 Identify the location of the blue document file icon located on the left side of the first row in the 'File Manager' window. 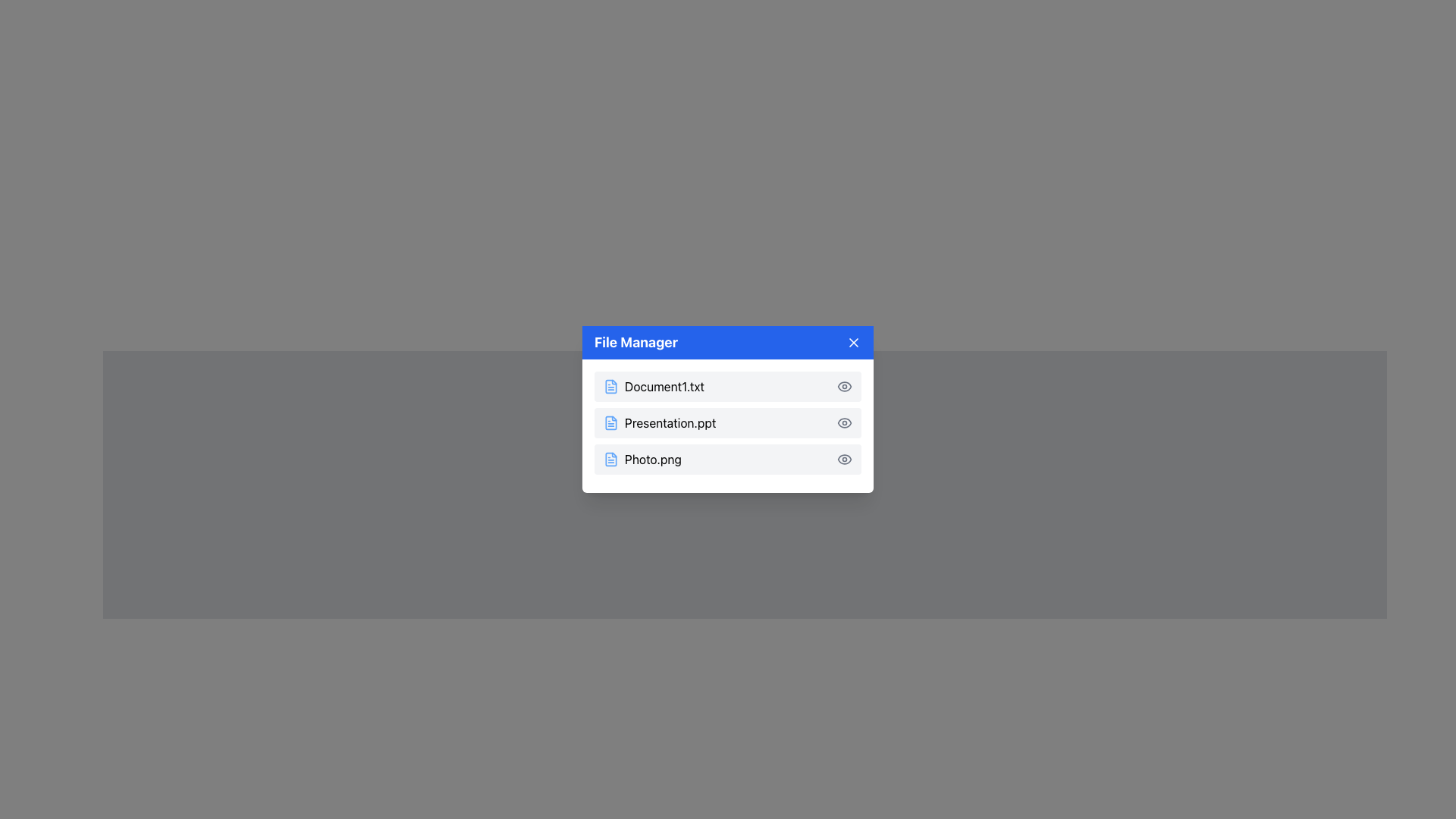
(611, 385).